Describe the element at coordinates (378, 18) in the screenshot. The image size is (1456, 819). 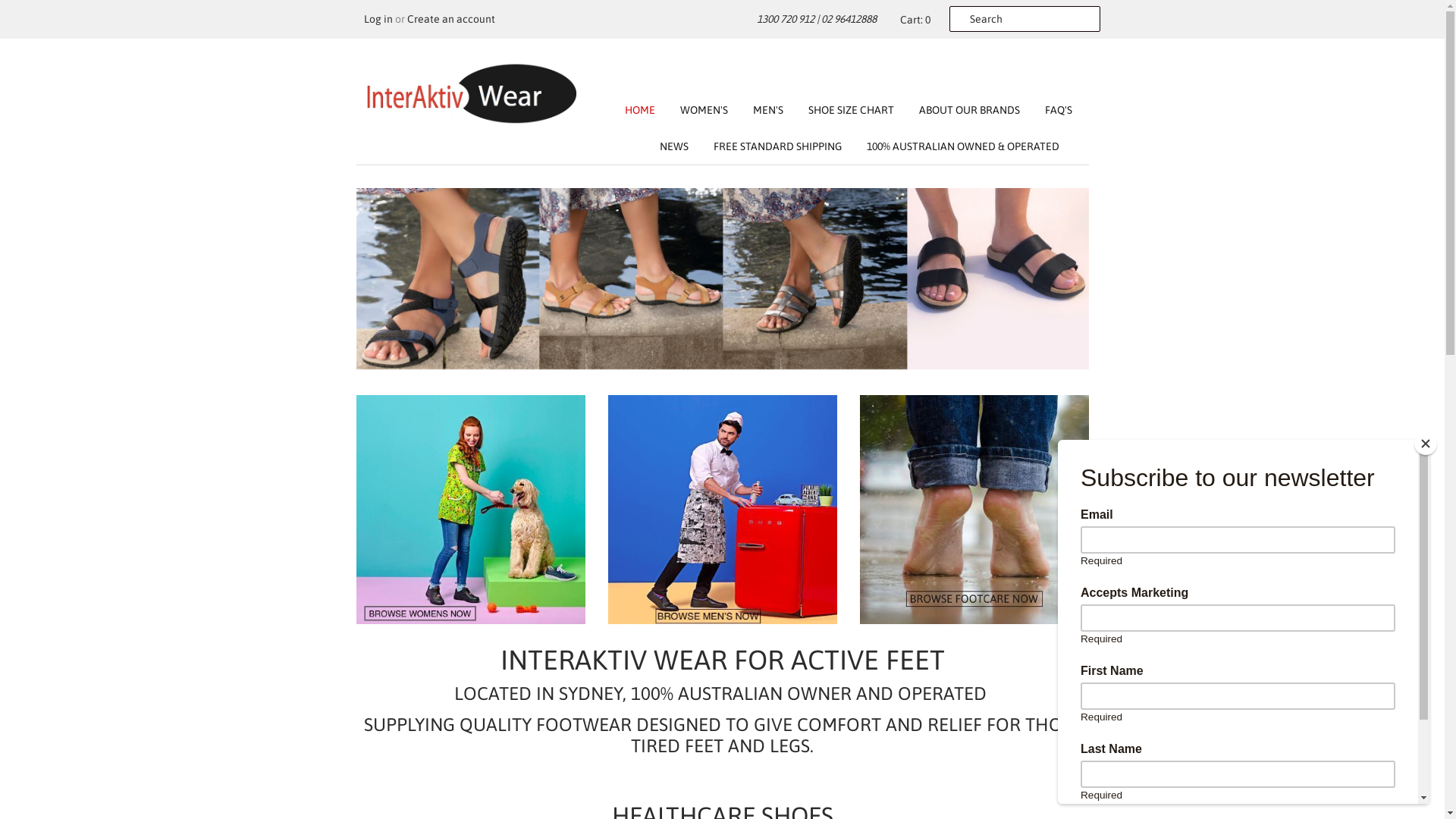
I see `'Log in'` at that location.